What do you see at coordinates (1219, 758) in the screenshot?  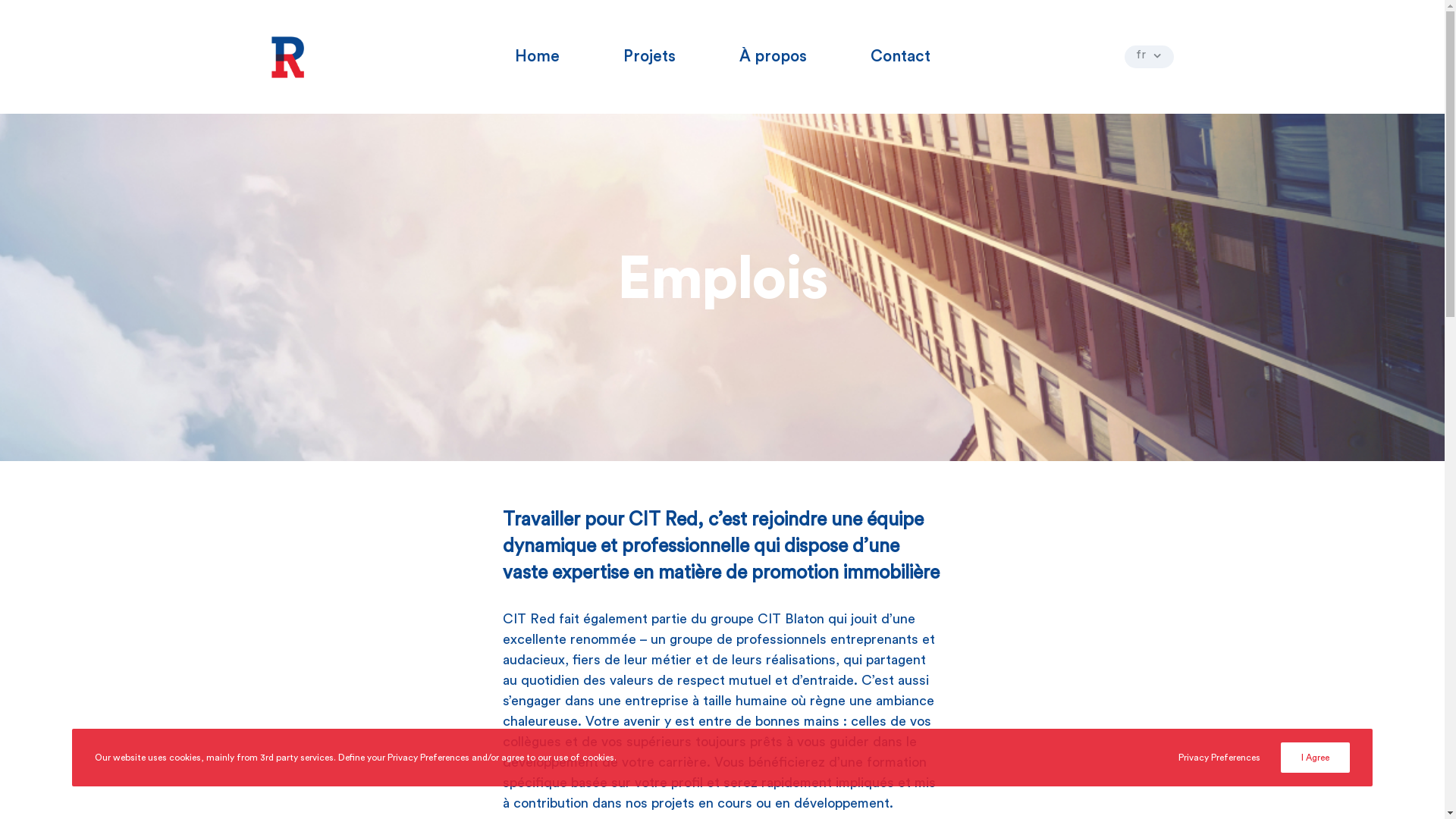 I see `'Privacy Preferences'` at bounding box center [1219, 758].